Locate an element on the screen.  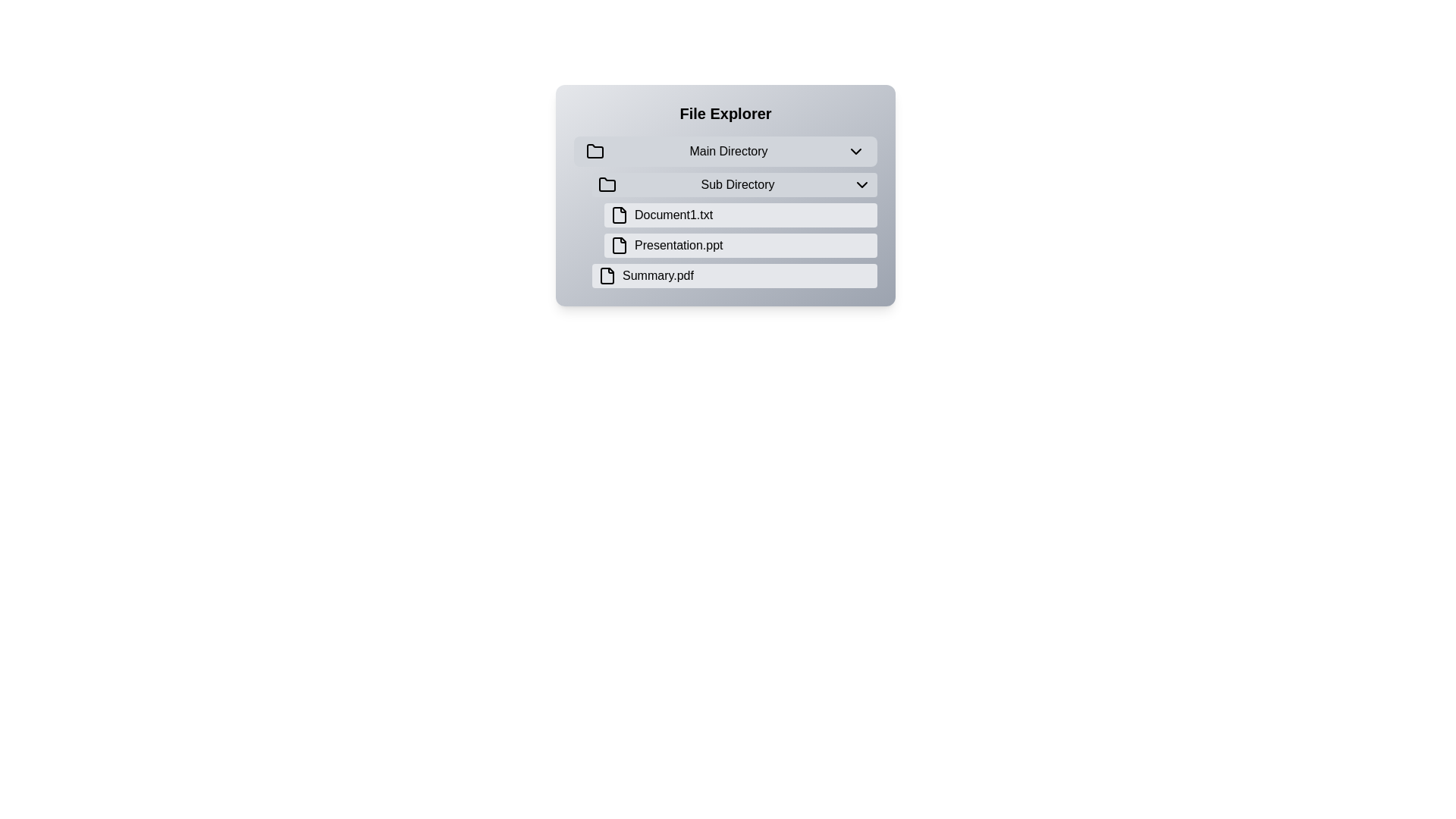
the SVG graphic icon representing the file type or status next to 'Document1.txt' in the file explorer interface is located at coordinates (619, 215).